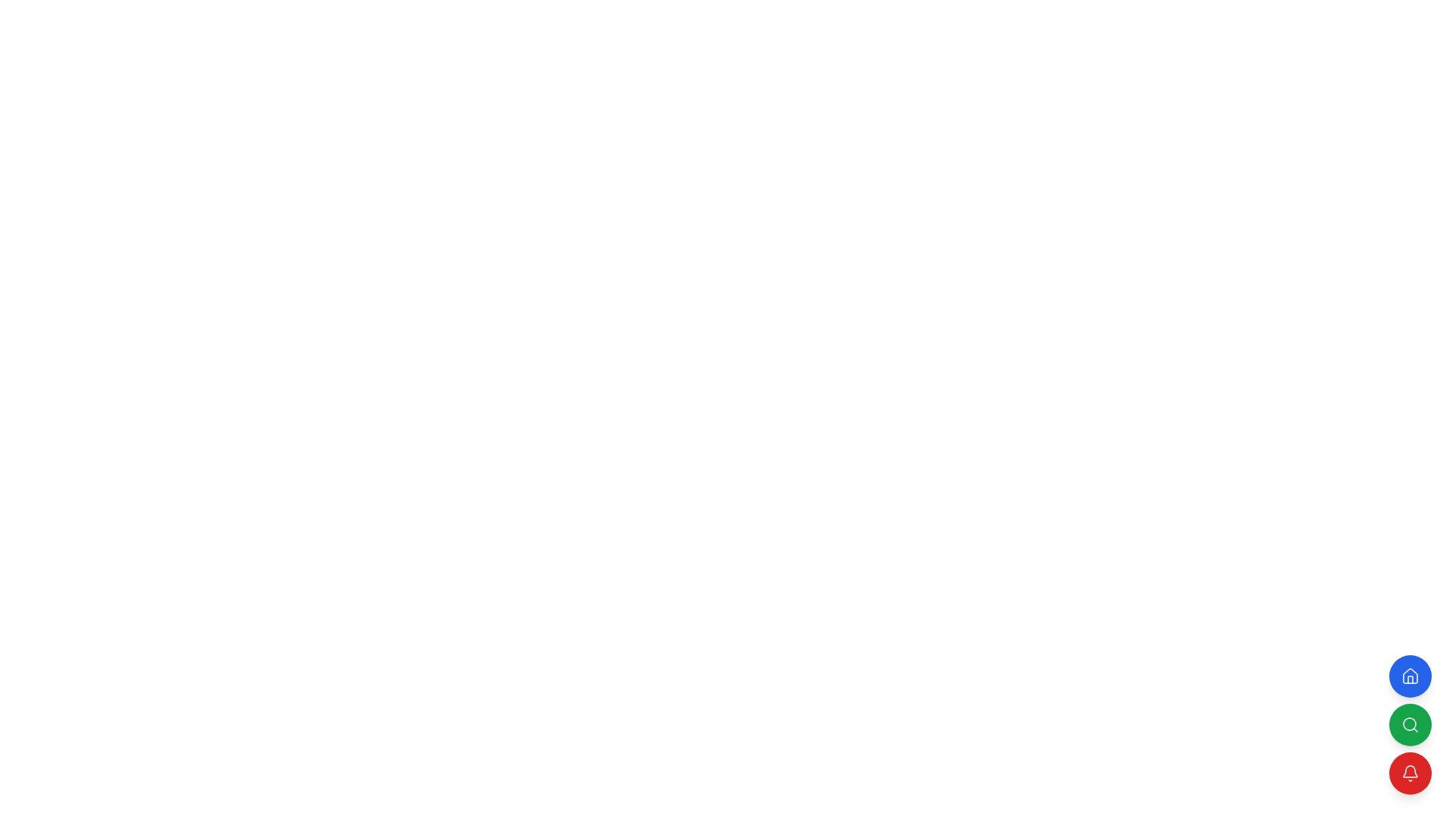 The height and width of the screenshot is (819, 1456). What do you see at coordinates (1410, 773) in the screenshot?
I see `the red circular button with a white bell icon located at the bottom-right corner of the interface` at bounding box center [1410, 773].